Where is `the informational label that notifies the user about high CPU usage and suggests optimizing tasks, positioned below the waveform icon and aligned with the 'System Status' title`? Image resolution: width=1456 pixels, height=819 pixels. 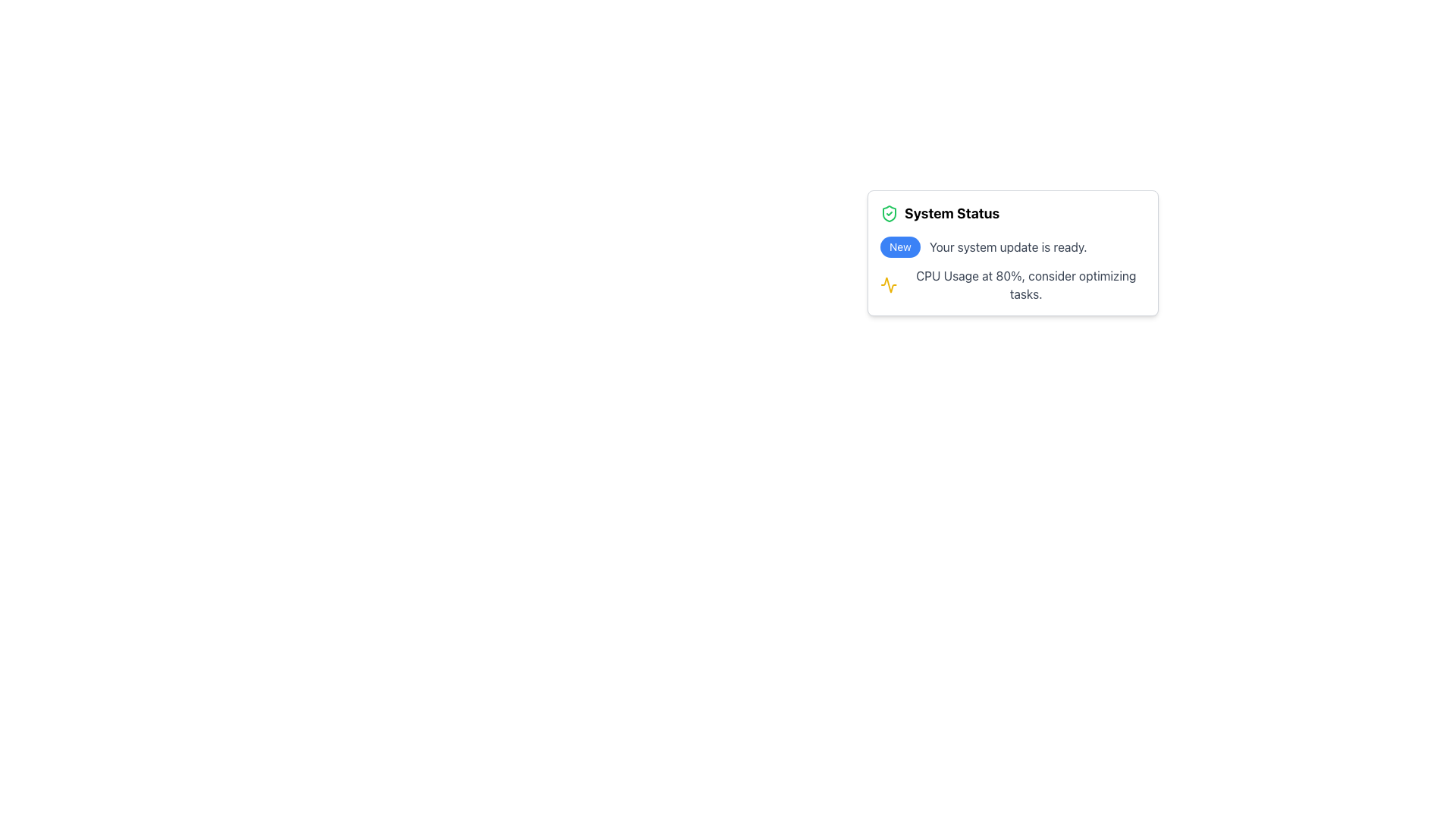
the informational label that notifies the user about high CPU usage and suggests optimizing tasks, positioned below the waveform icon and aligned with the 'System Status' title is located at coordinates (1026, 284).